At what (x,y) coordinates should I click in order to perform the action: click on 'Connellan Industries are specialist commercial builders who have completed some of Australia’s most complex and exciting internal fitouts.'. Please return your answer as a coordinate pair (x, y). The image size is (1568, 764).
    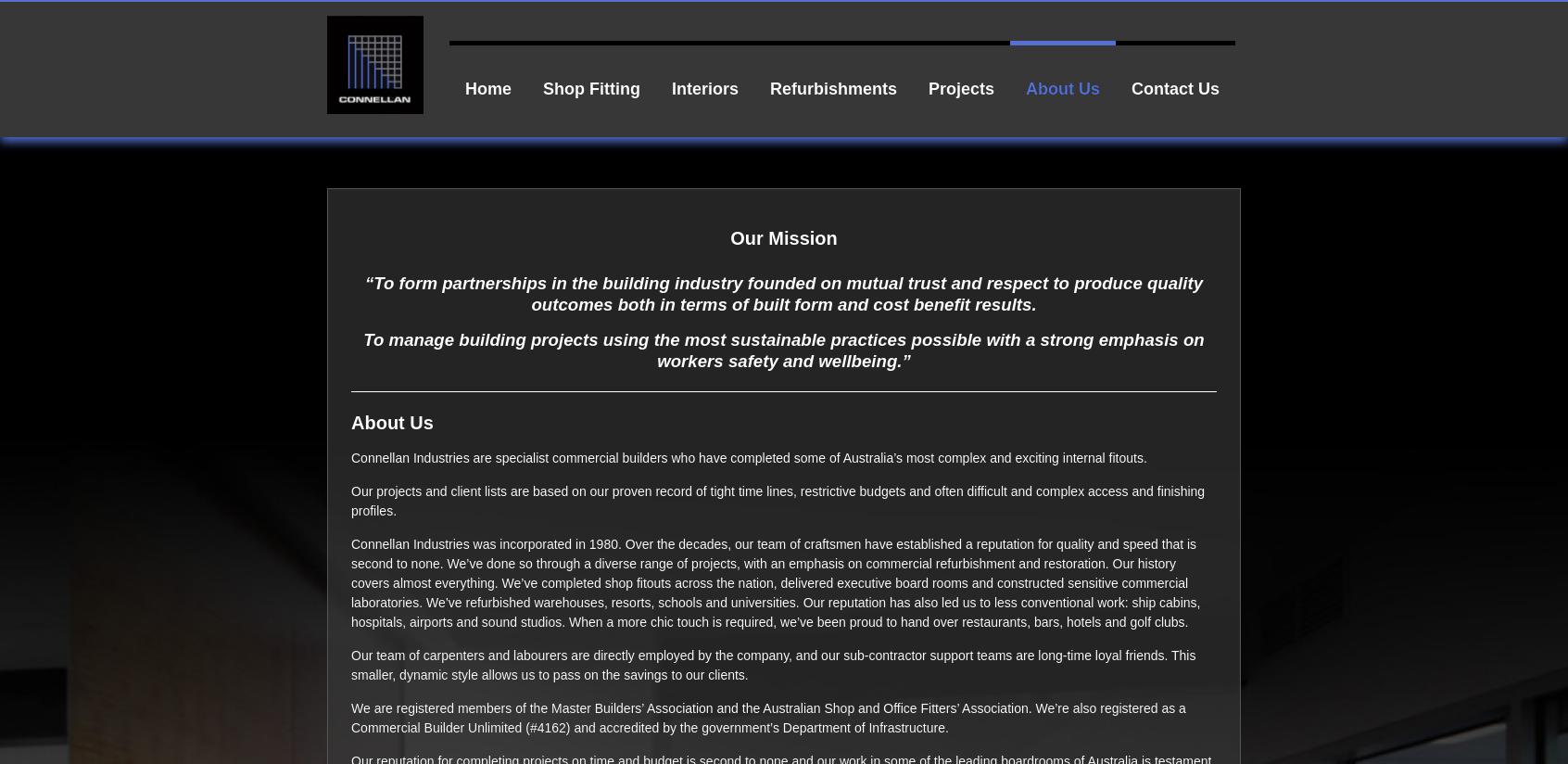
    Looking at the image, I should click on (351, 455).